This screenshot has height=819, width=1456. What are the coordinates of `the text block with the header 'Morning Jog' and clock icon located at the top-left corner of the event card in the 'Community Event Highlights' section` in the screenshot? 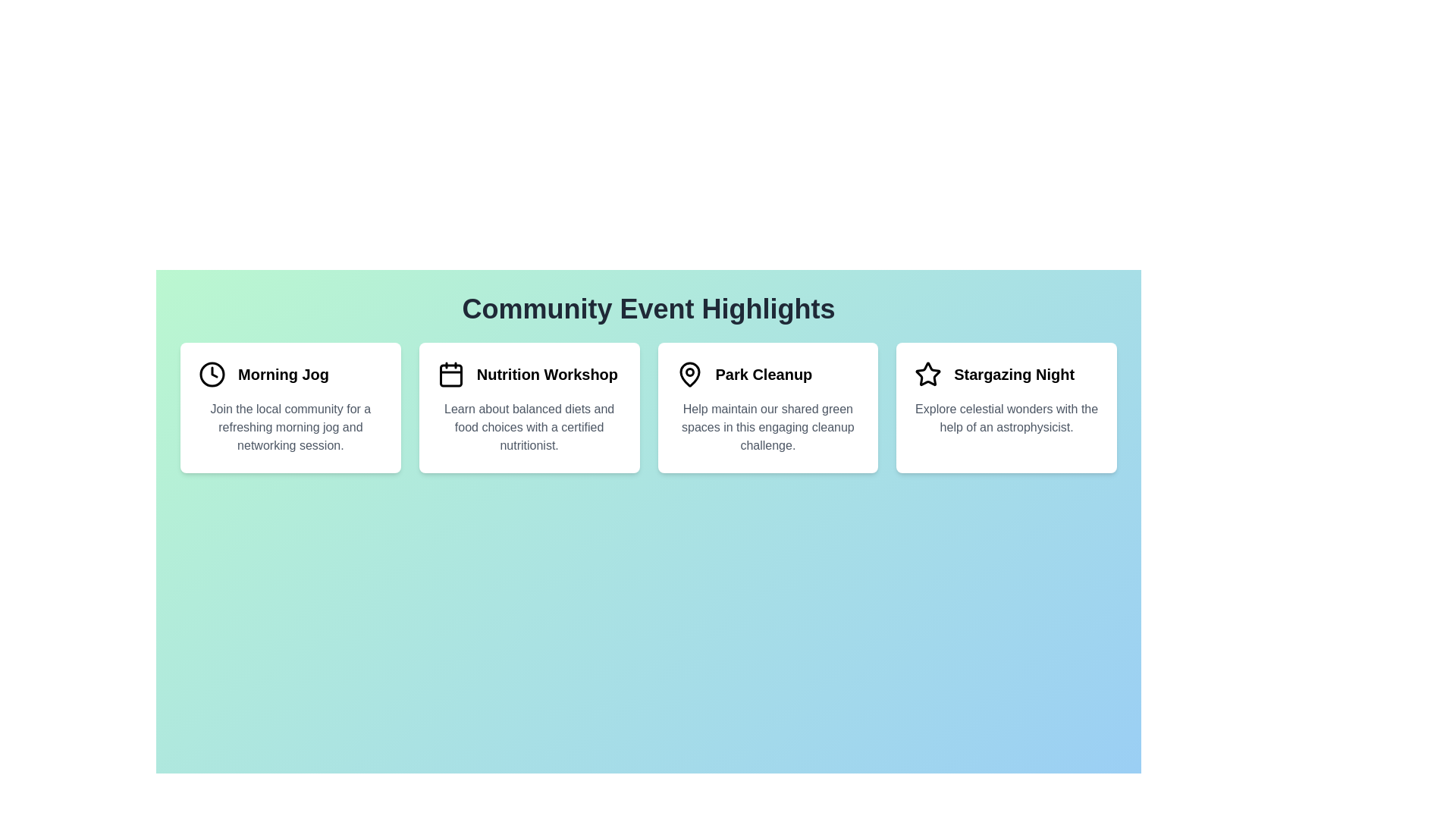 It's located at (290, 374).